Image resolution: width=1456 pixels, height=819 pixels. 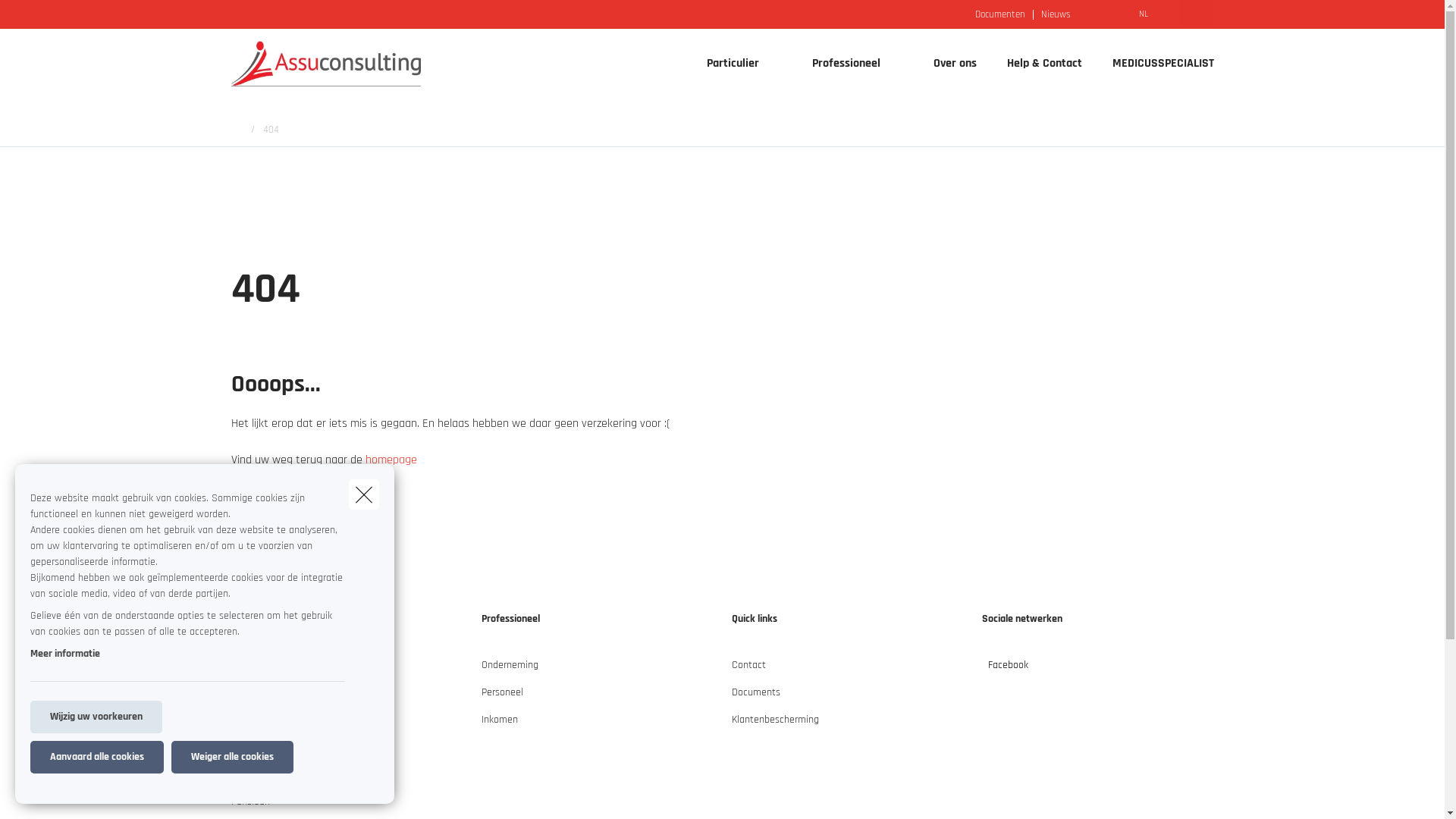 What do you see at coordinates (498, 724) in the screenshot?
I see `'Inkomen'` at bounding box center [498, 724].